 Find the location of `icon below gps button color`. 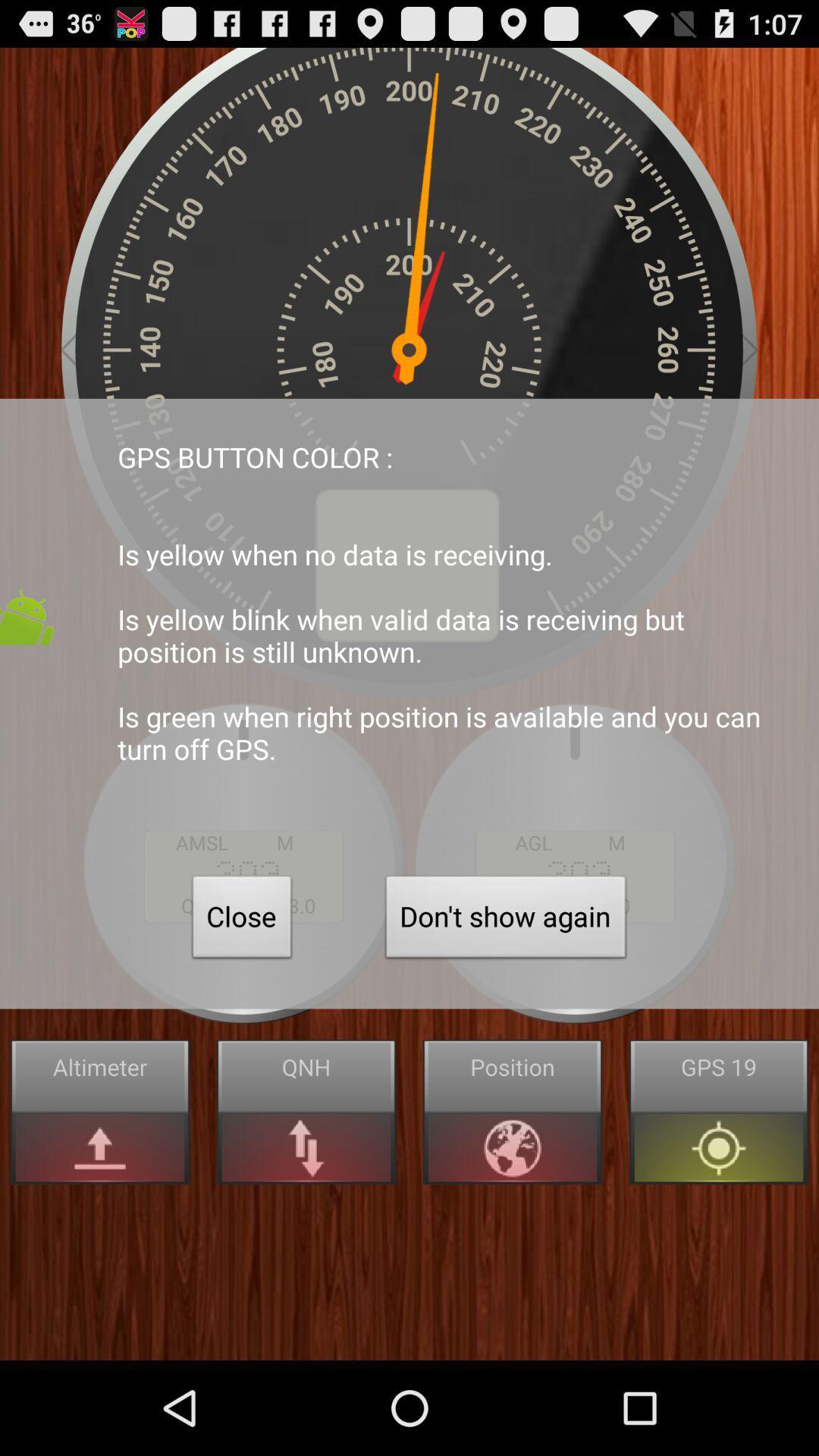

icon below gps button color is located at coordinates (241, 920).